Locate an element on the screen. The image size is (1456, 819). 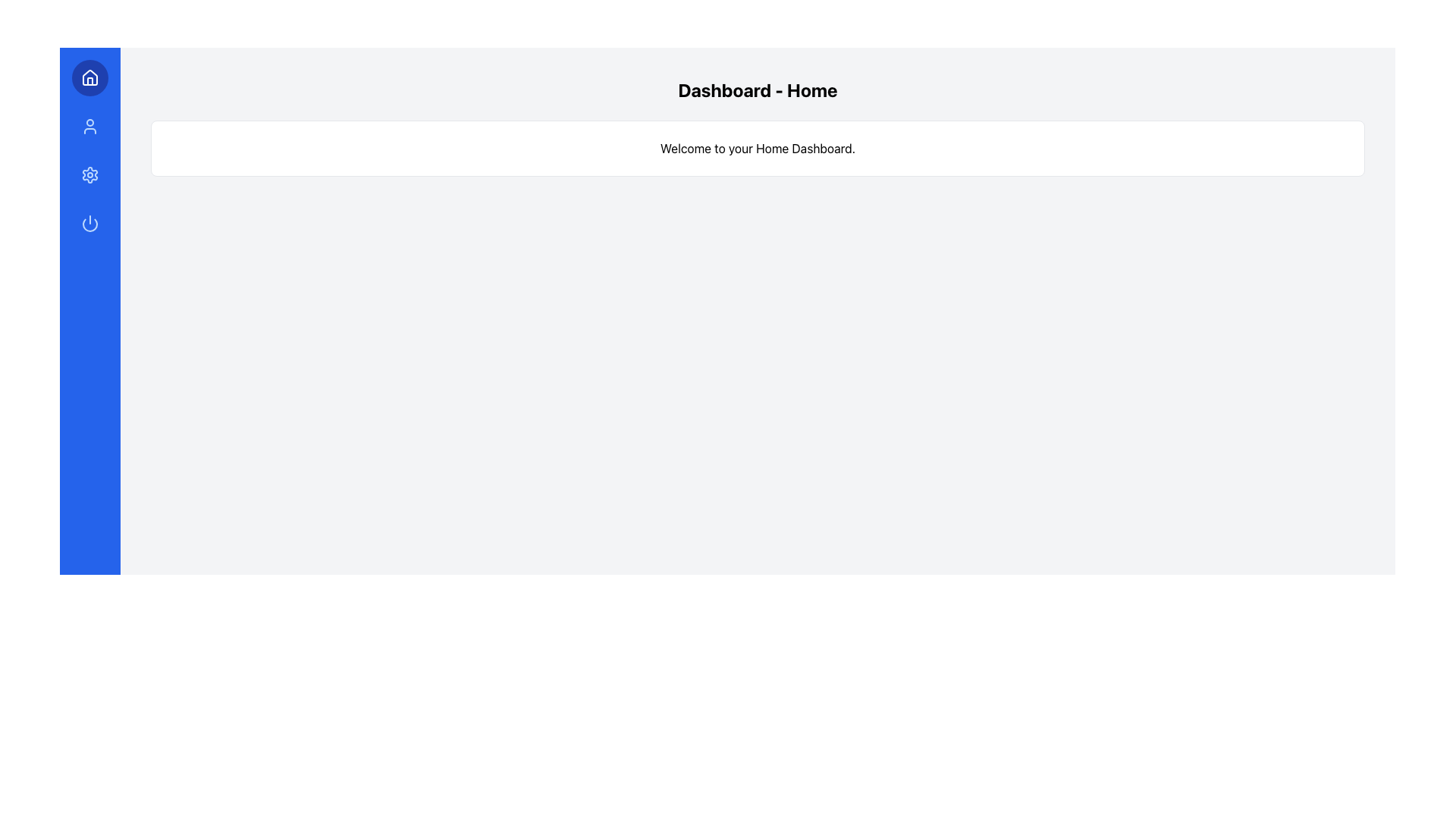
the Text Label that serves as the title or header for the current page, which is centrally aligned at the top of the main content area is located at coordinates (758, 90).